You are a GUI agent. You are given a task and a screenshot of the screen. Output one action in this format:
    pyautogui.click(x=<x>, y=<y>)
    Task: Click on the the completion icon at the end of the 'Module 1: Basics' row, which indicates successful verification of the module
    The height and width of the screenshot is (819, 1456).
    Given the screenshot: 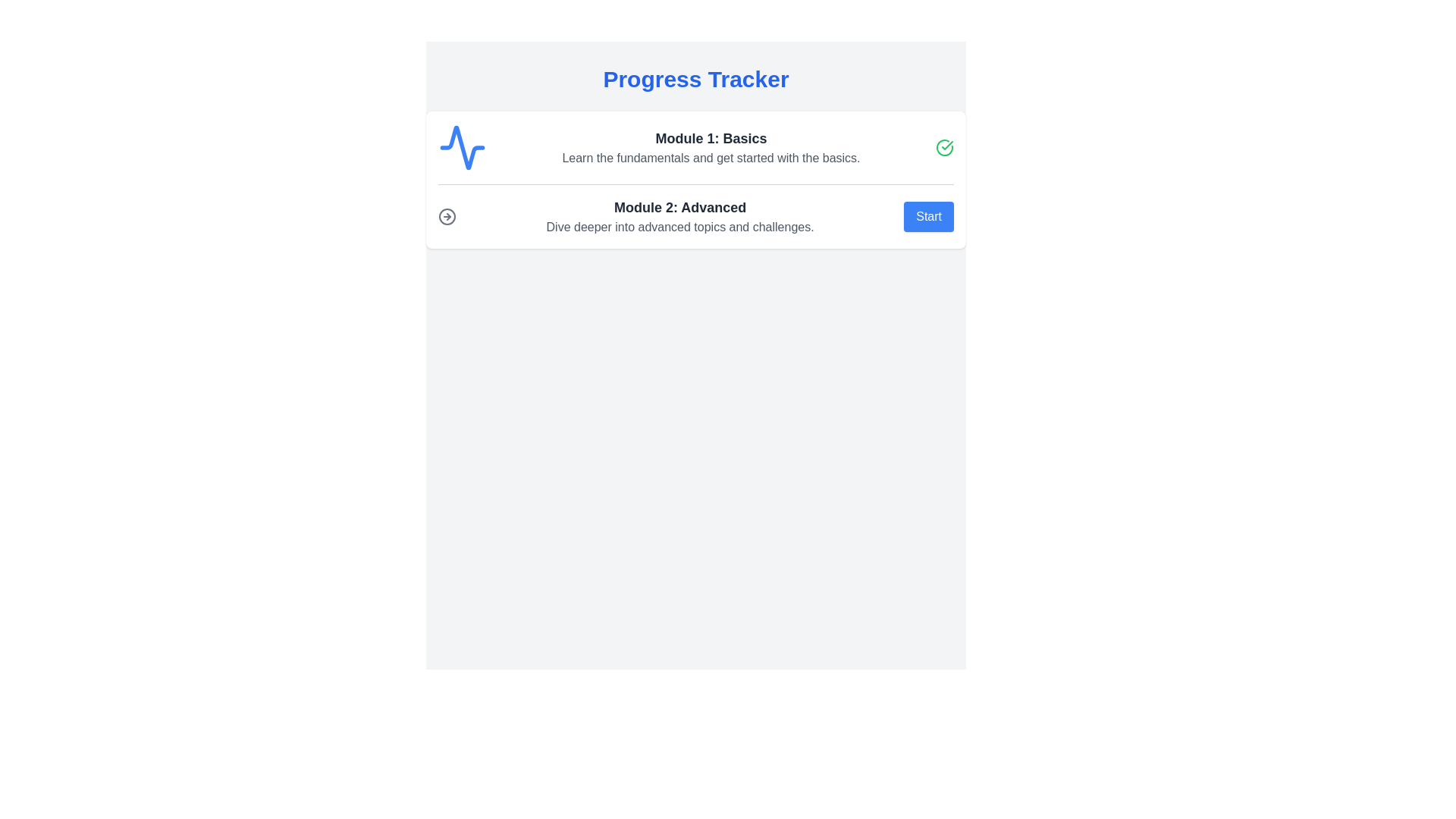 What is the action you would take?
    pyautogui.click(x=946, y=146)
    